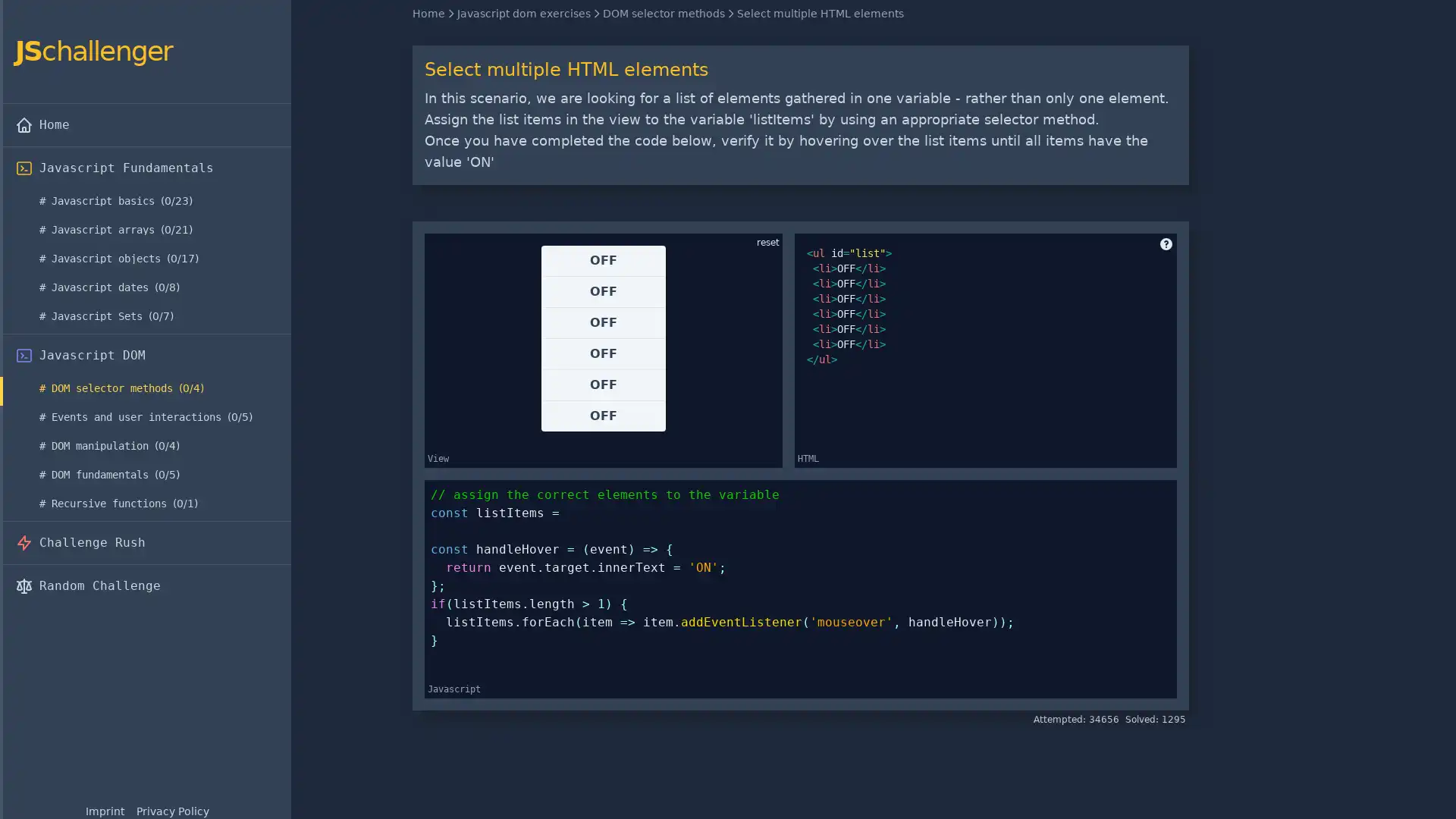 The width and height of the screenshot is (1456, 819). I want to click on reset, so click(767, 242).